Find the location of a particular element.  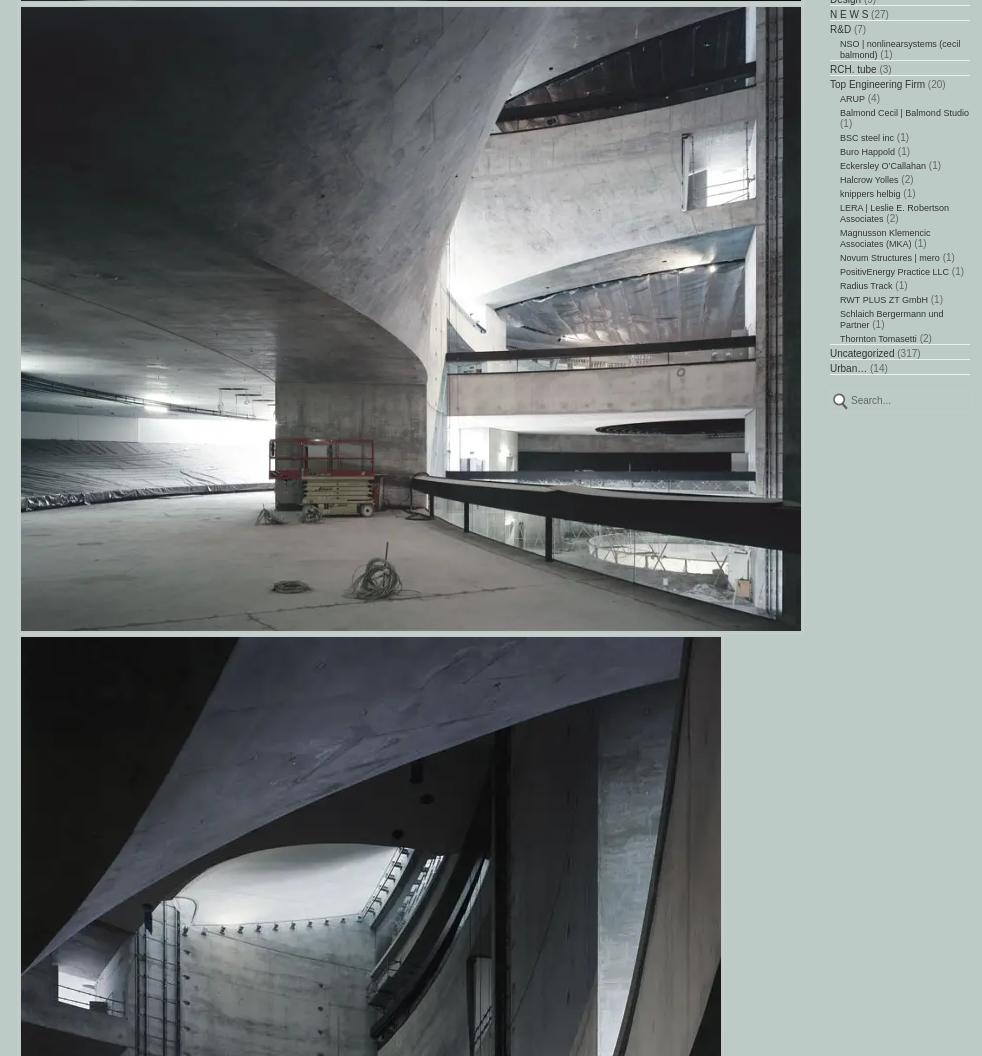

'LERA | Leslie E. Robertson Associates' is located at coordinates (894, 212).